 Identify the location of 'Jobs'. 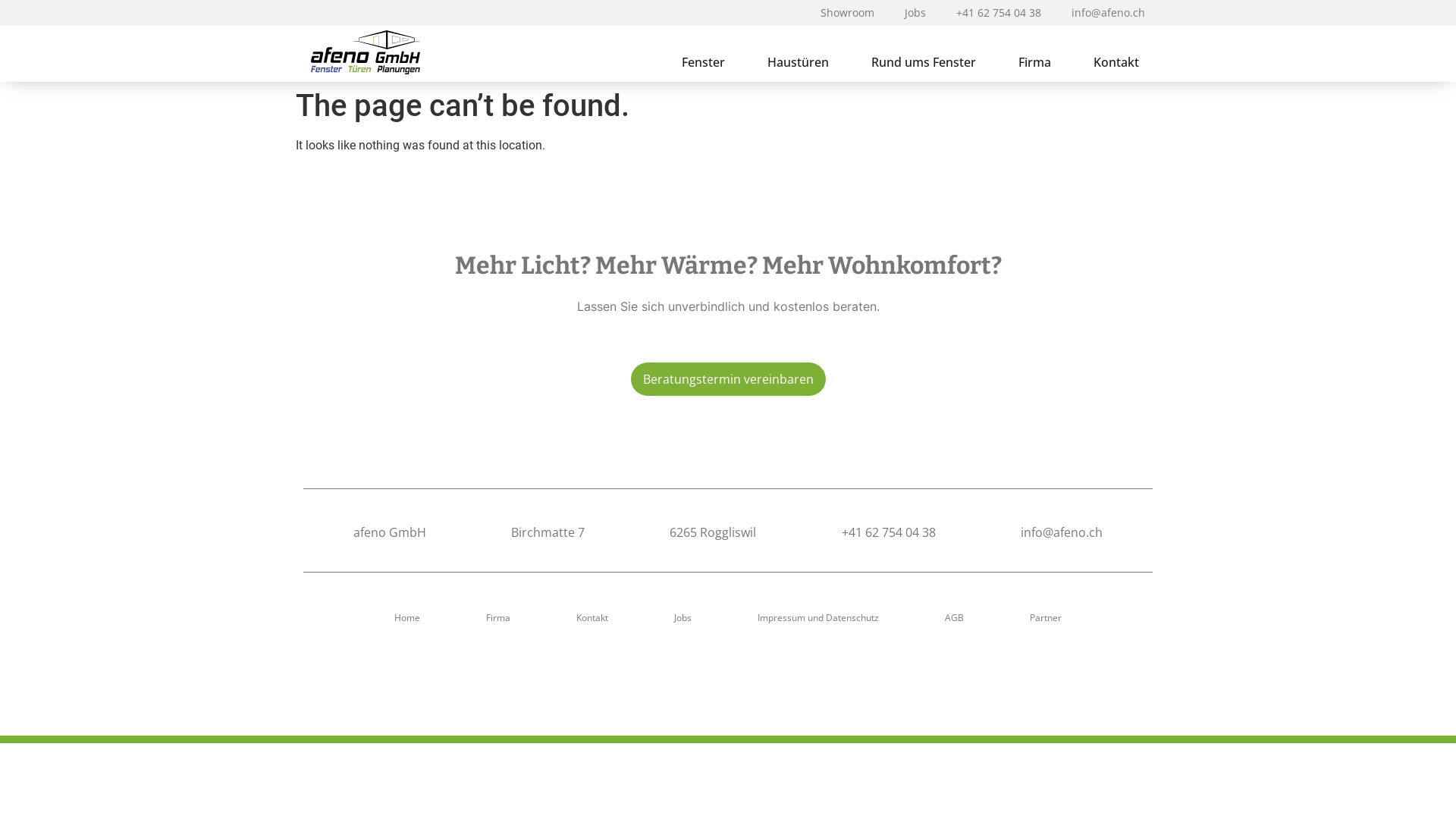
(682, 617).